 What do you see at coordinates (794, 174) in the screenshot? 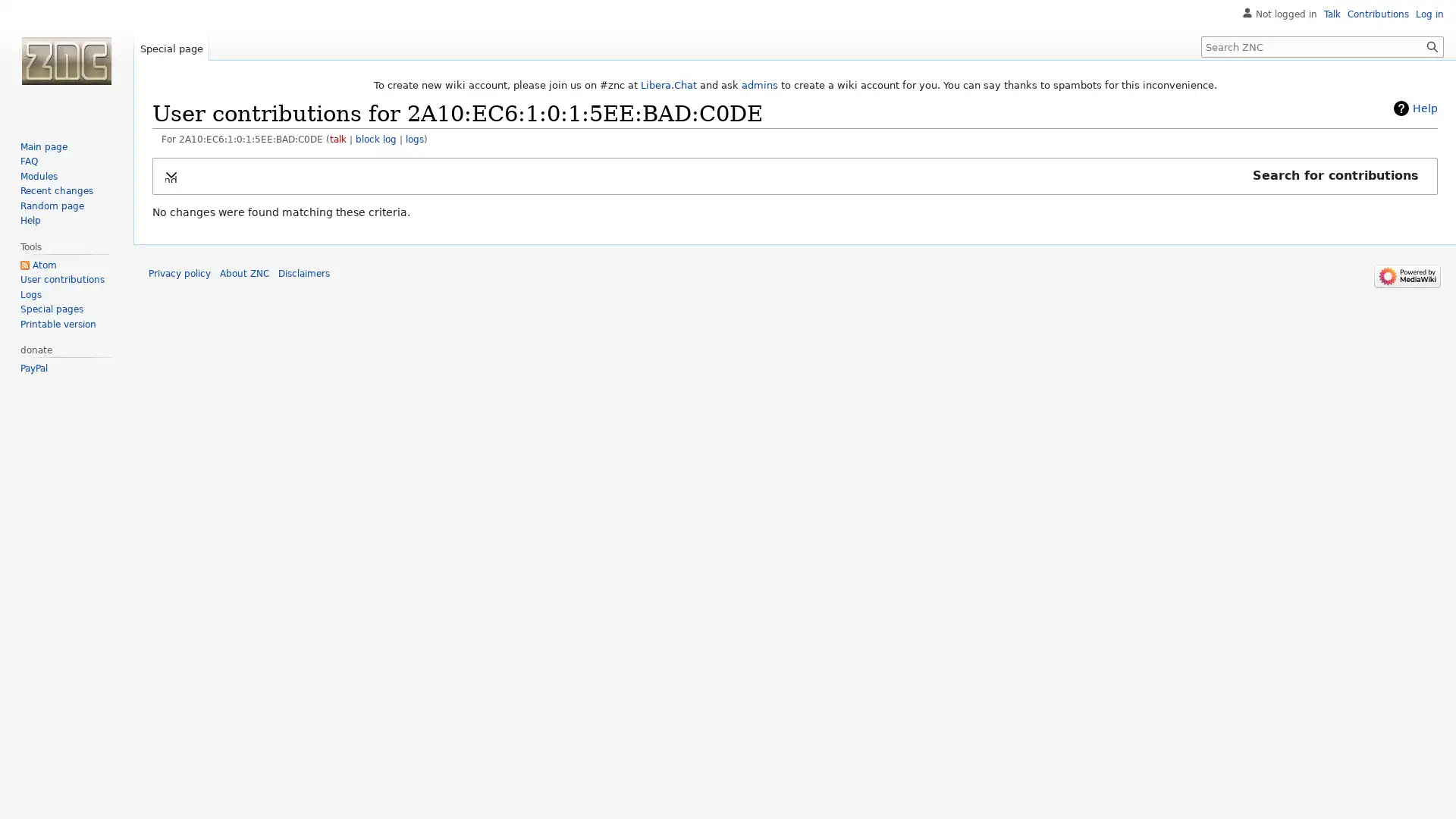
I see `Search for contributions Expand` at bounding box center [794, 174].